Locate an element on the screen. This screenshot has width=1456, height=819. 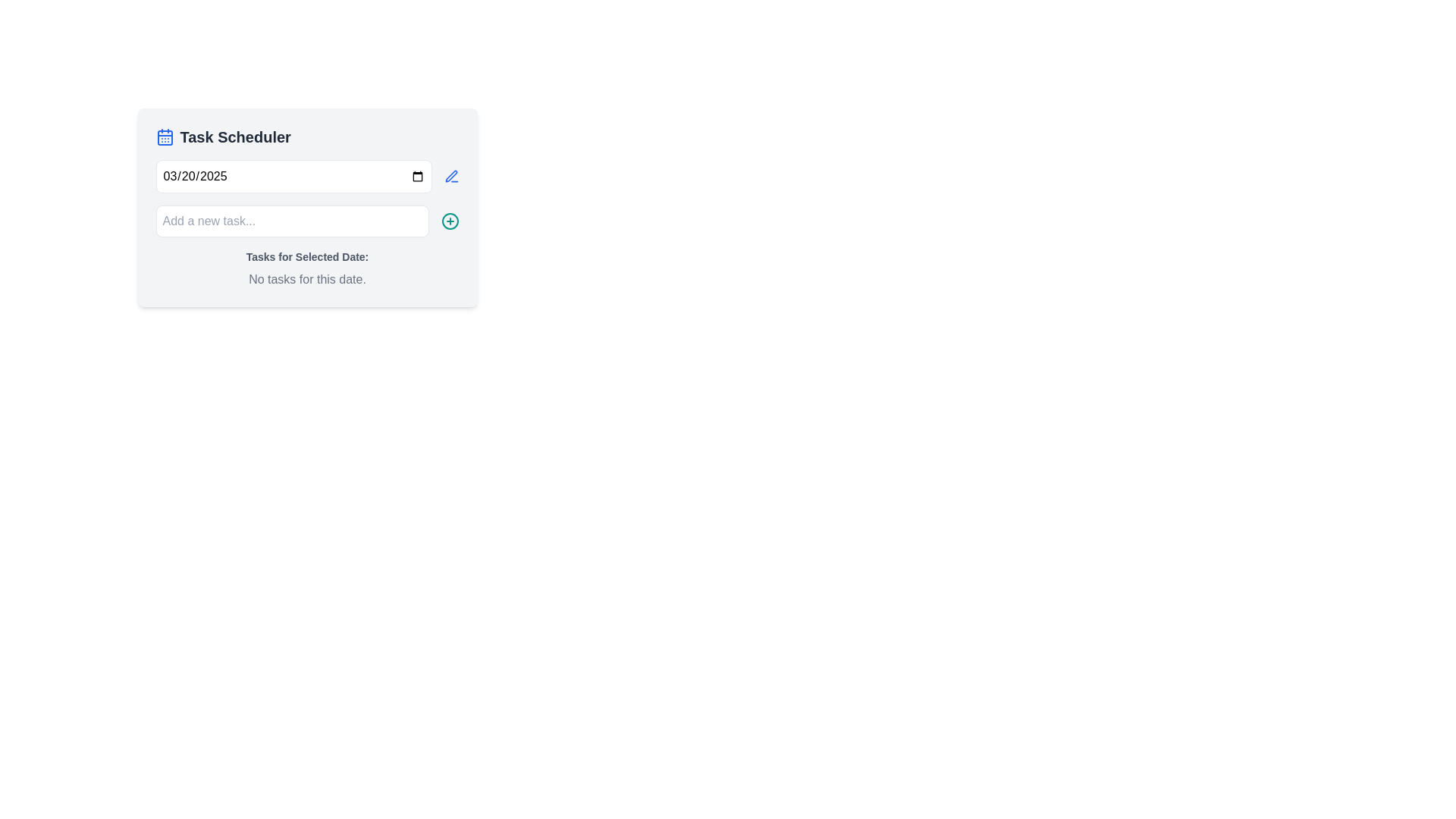
the icon-based interactive button located to the right of the 'Add a new task...' input field is located at coordinates (449, 221).